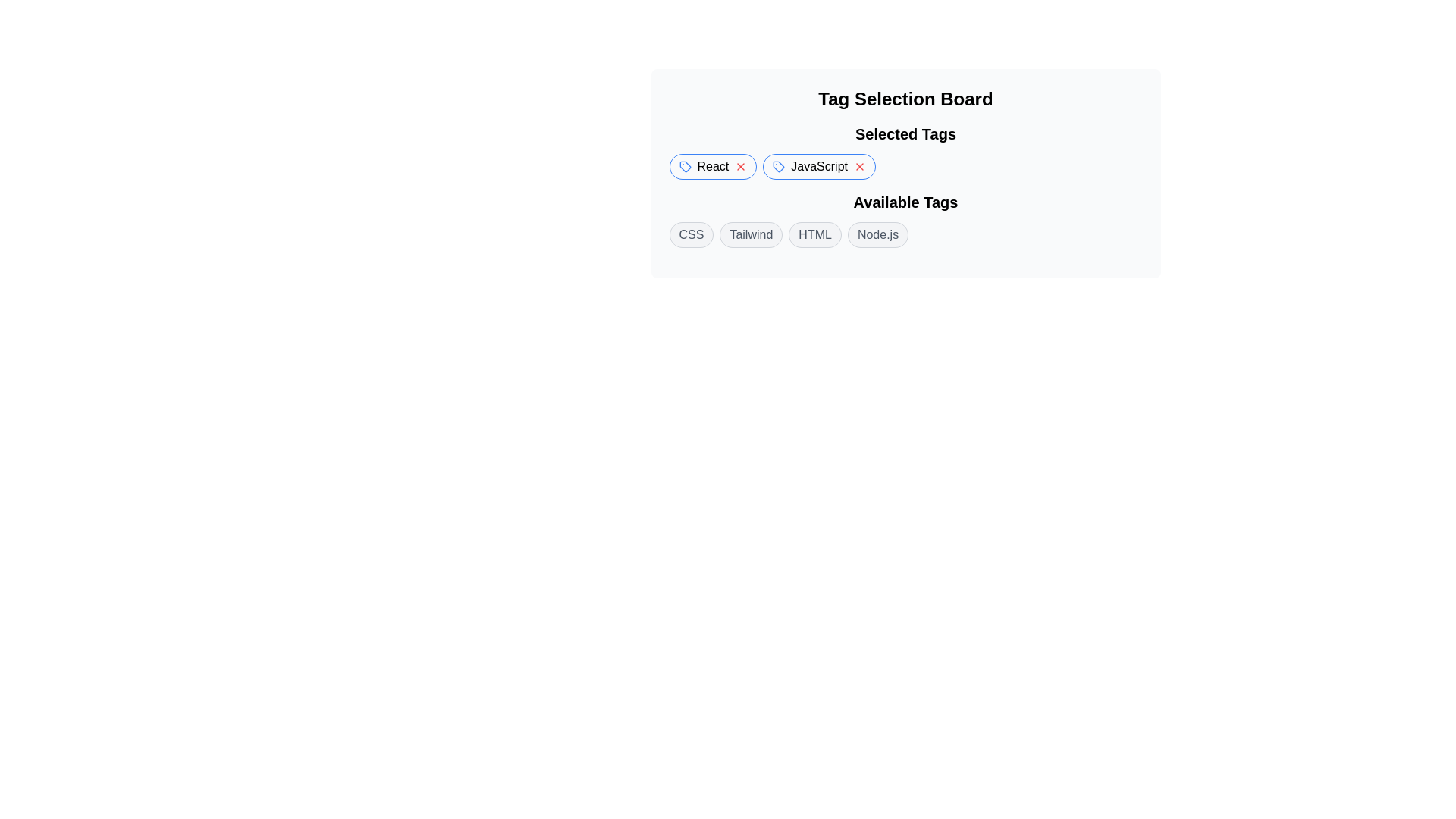 The image size is (1456, 819). I want to click on the 'HTML' button in the 'Available Tags' section, so click(814, 234).